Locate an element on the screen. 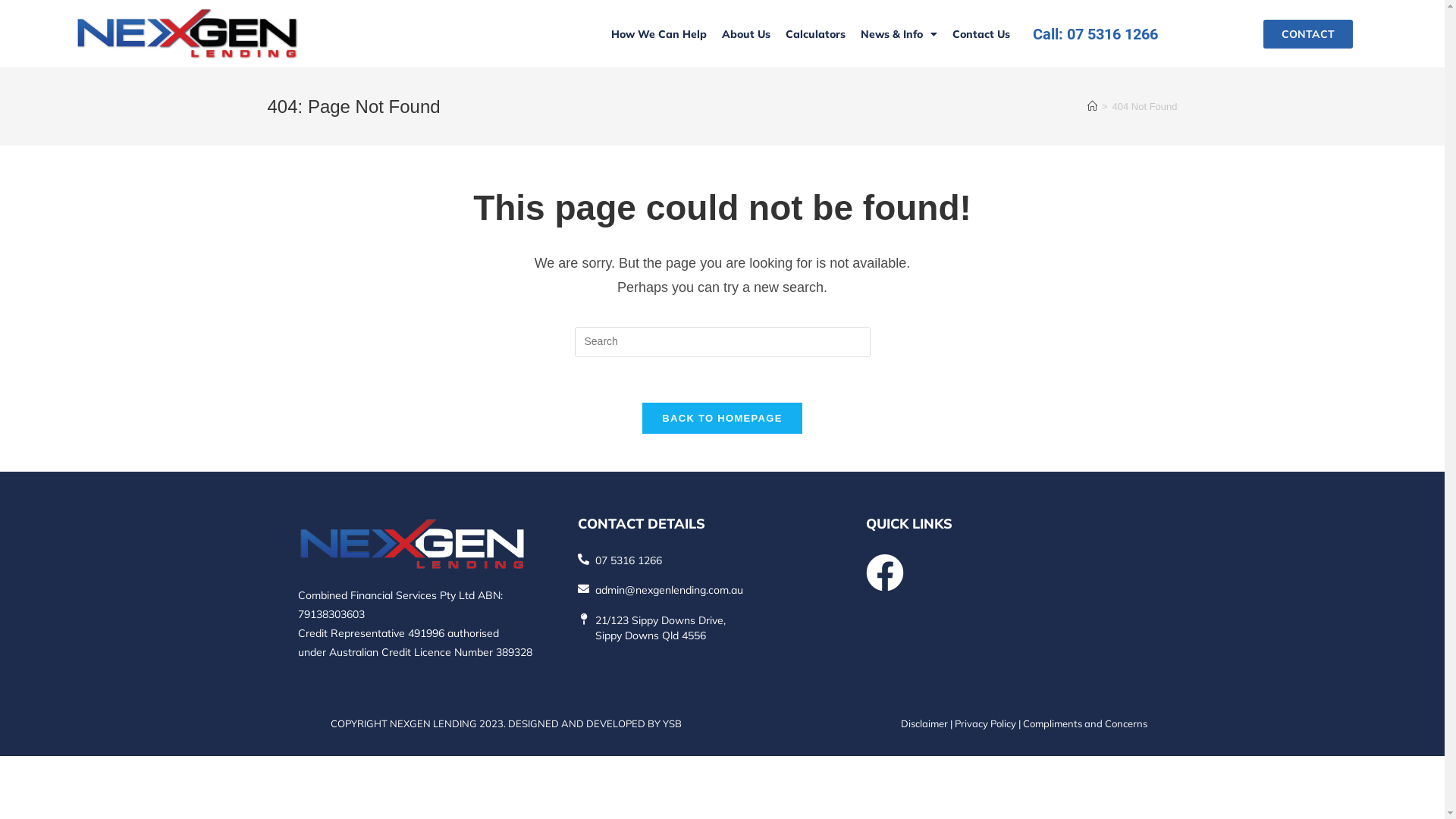  'Call: 07 5316 1266' is located at coordinates (1032, 33).